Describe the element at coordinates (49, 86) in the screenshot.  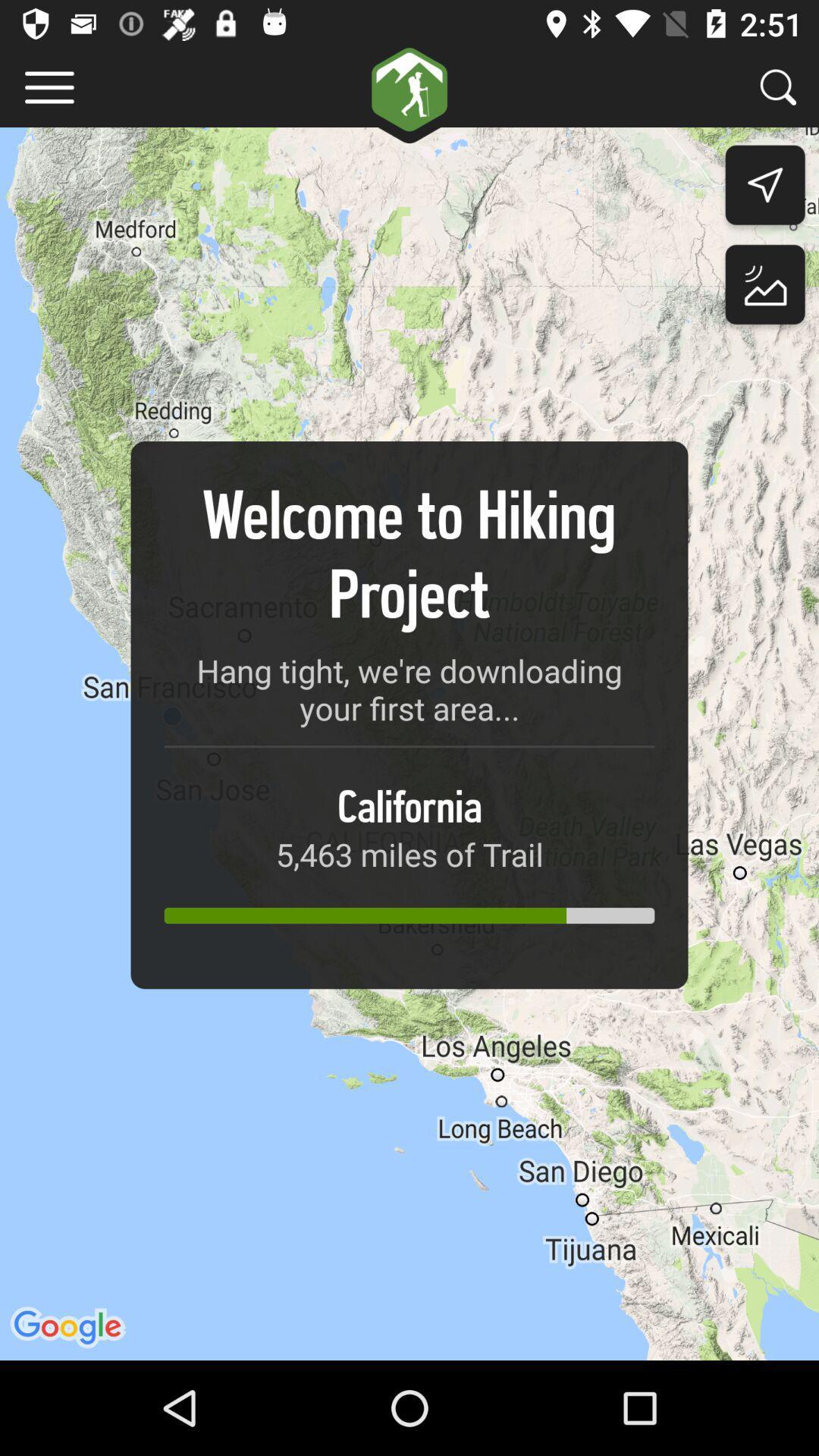
I see `open main menu` at that location.